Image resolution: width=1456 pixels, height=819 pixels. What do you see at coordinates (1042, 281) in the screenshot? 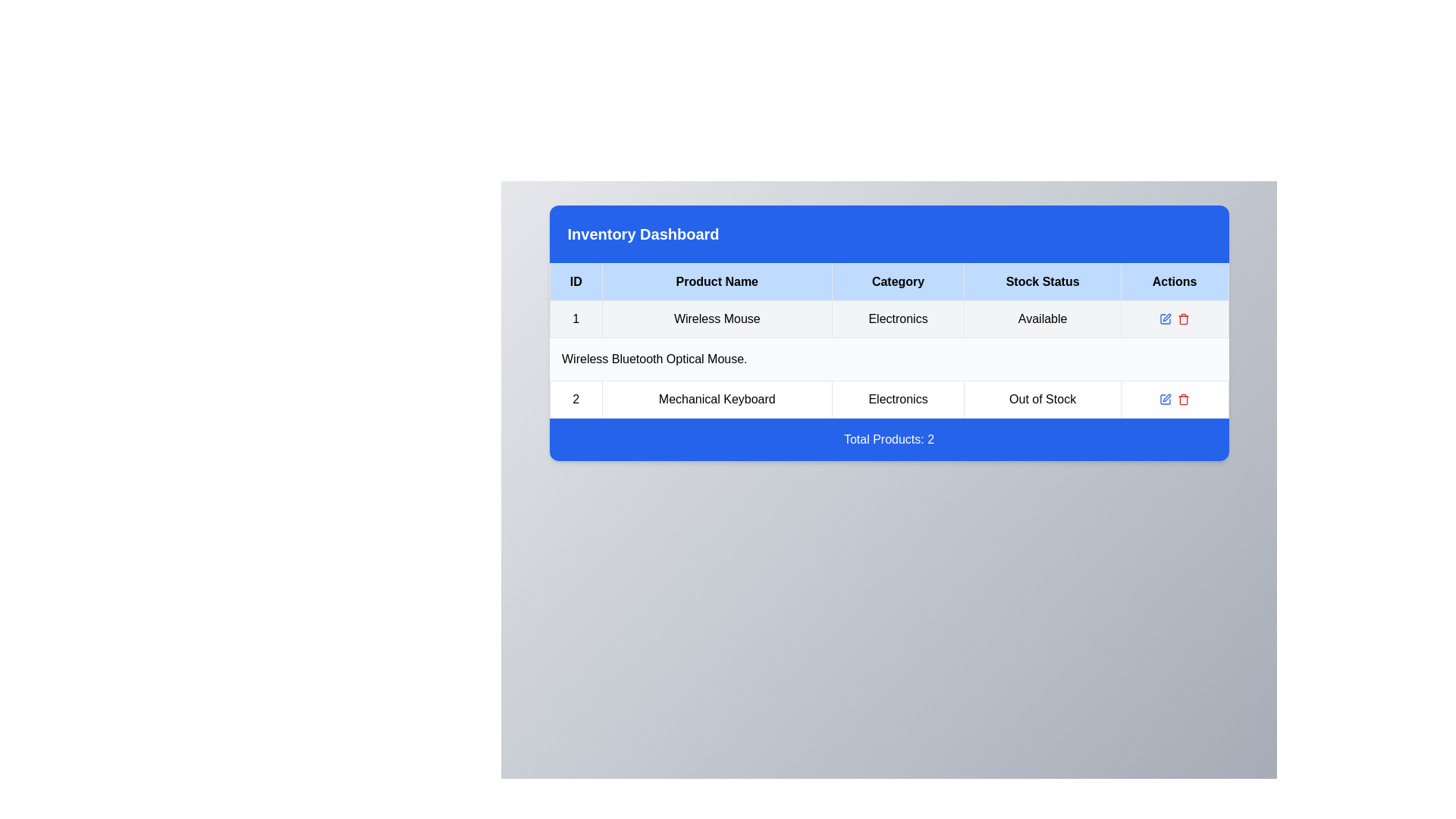
I see `the static label indicating stock status in the fourth column header of the Inventory Dashboard table` at bounding box center [1042, 281].